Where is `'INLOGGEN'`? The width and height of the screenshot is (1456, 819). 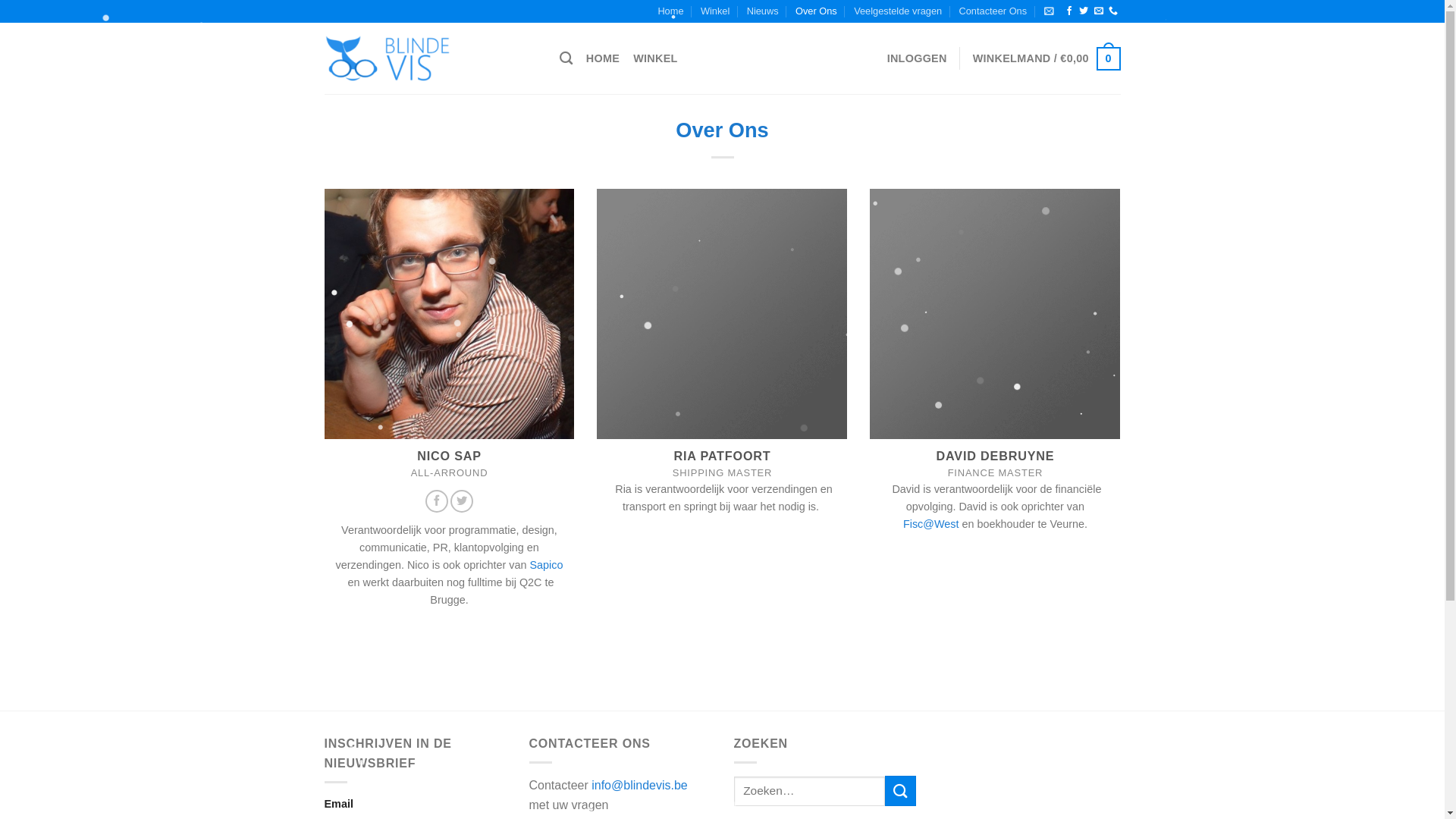
'INLOGGEN' is located at coordinates (916, 58).